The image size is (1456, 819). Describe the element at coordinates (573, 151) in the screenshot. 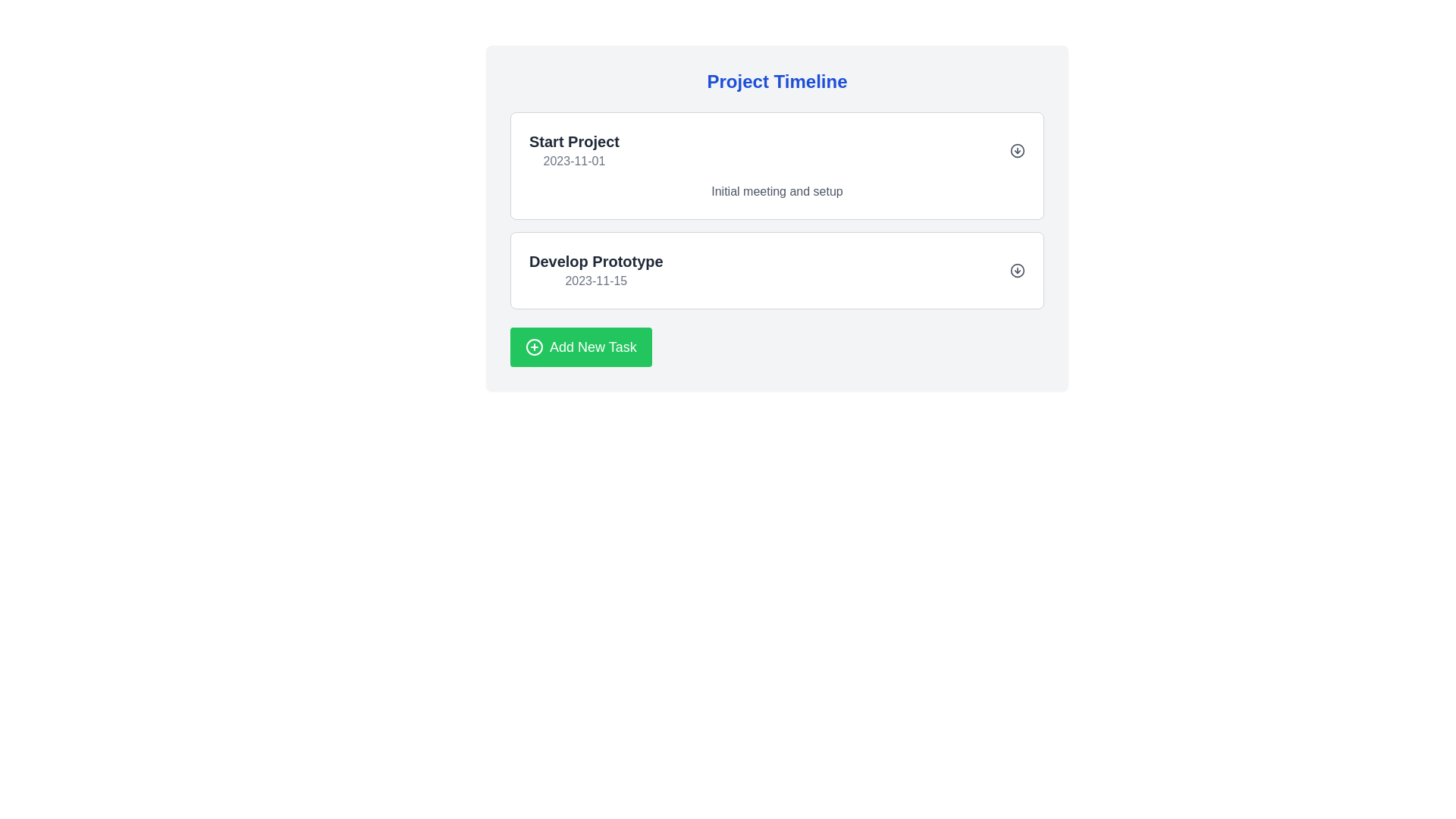

I see `the project milestone text block indicating its title and start date` at that location.